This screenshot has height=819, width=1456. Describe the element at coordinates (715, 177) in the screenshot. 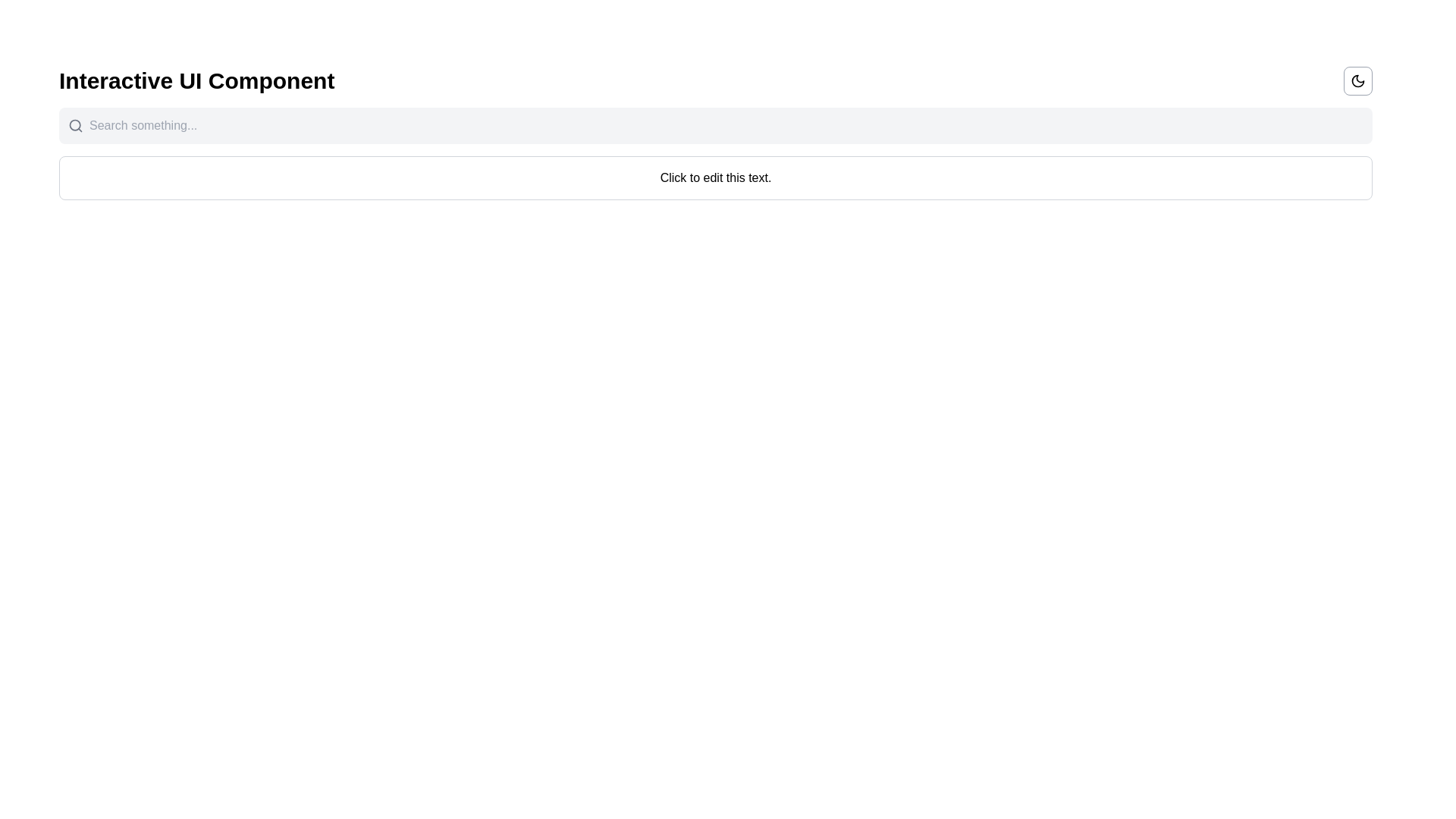

I see `the Editable Text Section located below the search bar` at that location.